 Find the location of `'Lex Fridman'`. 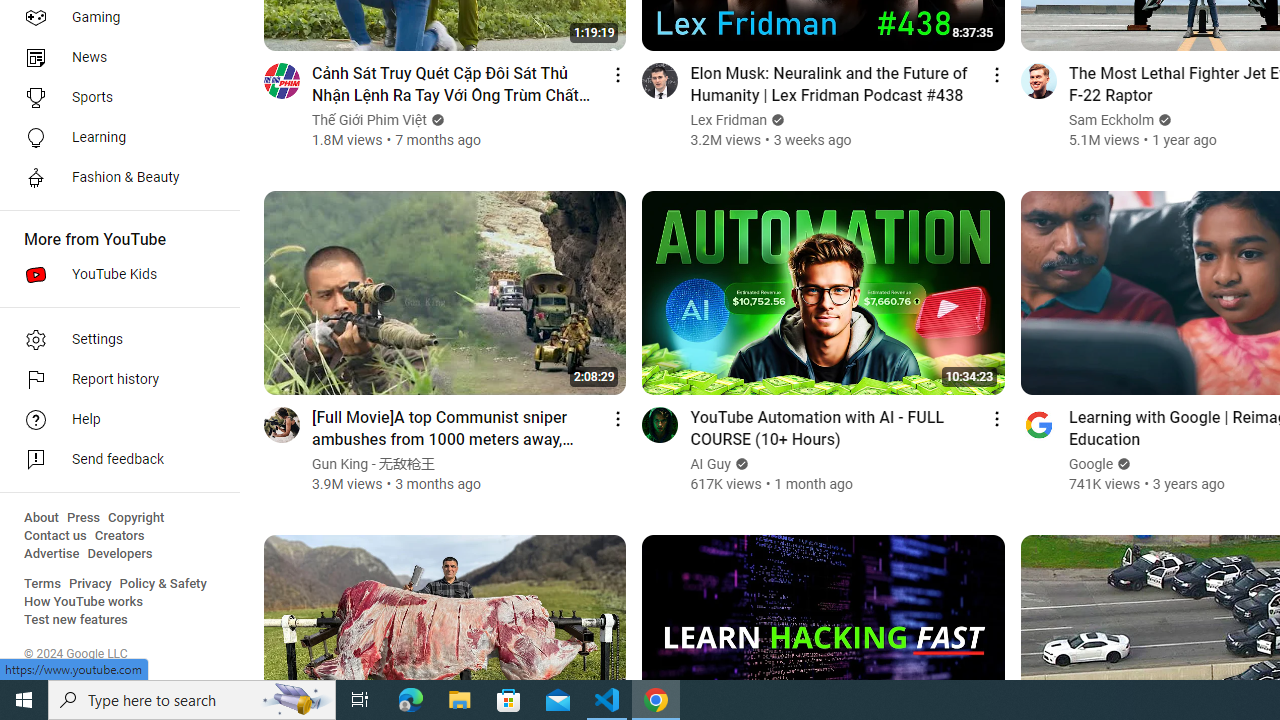

'Lex Fridman' is located at coordinates (728, 120).